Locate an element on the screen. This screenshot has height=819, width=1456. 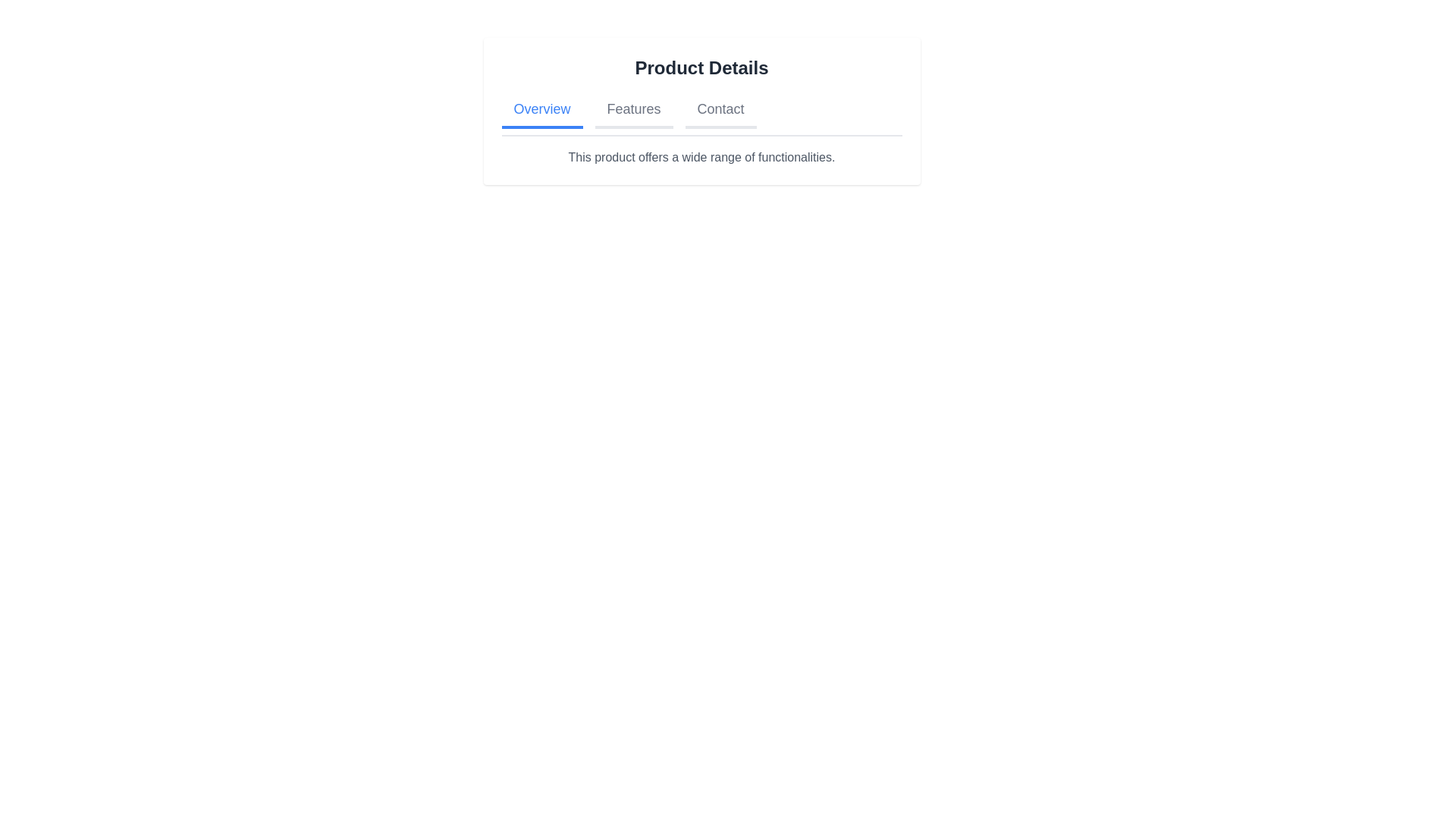
the Plain text element displaying the message 'This product offers a wide range of functionalities.' which is located below the navigation section and under the title 'Product Details.' is located at coordinates (701, 158).